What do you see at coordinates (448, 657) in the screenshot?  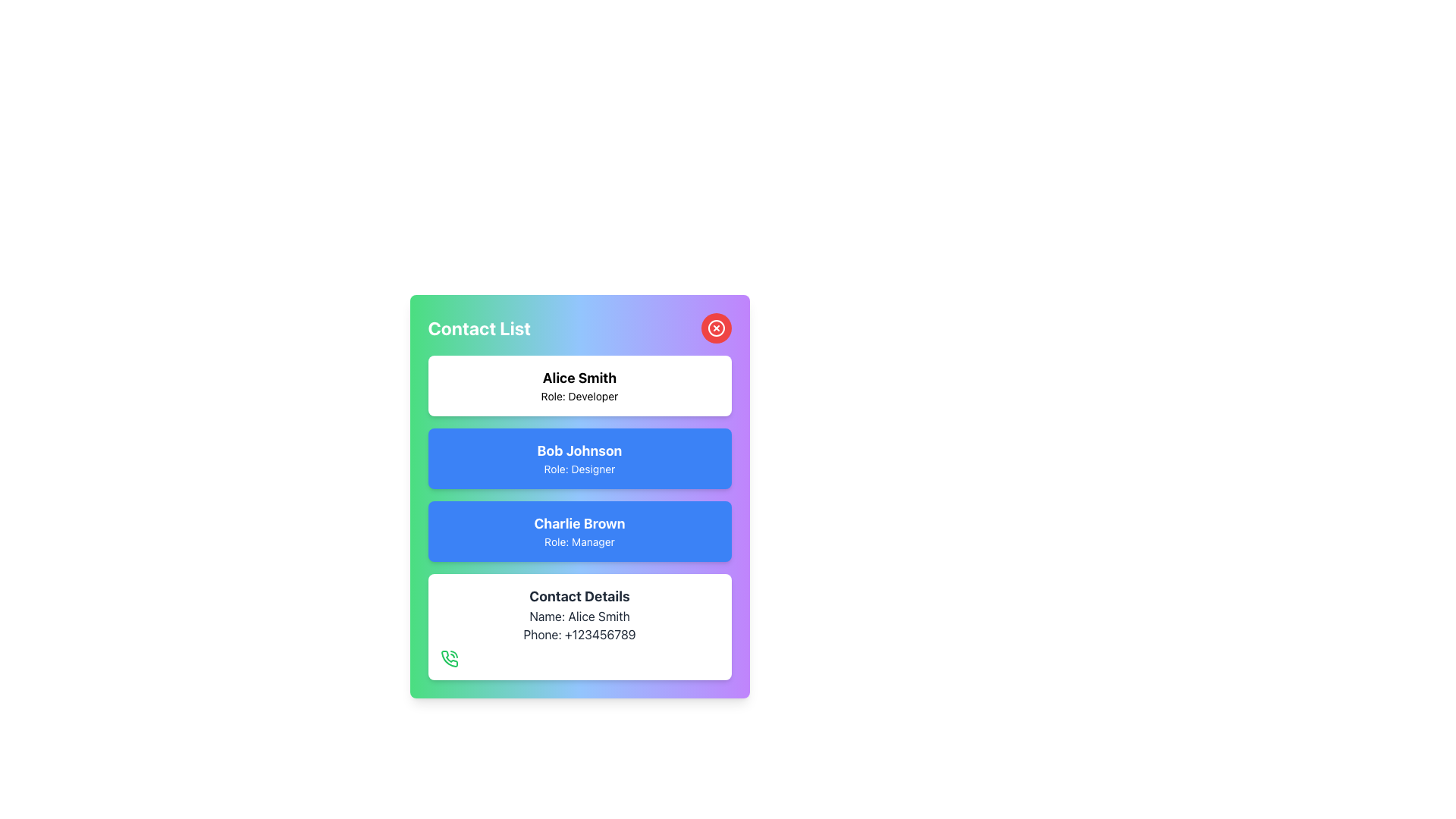 I see `the green circular phone icon located at the bottom-left corner of the 'Contact Details' section to initiate an action` at bounding box center [448, 657].